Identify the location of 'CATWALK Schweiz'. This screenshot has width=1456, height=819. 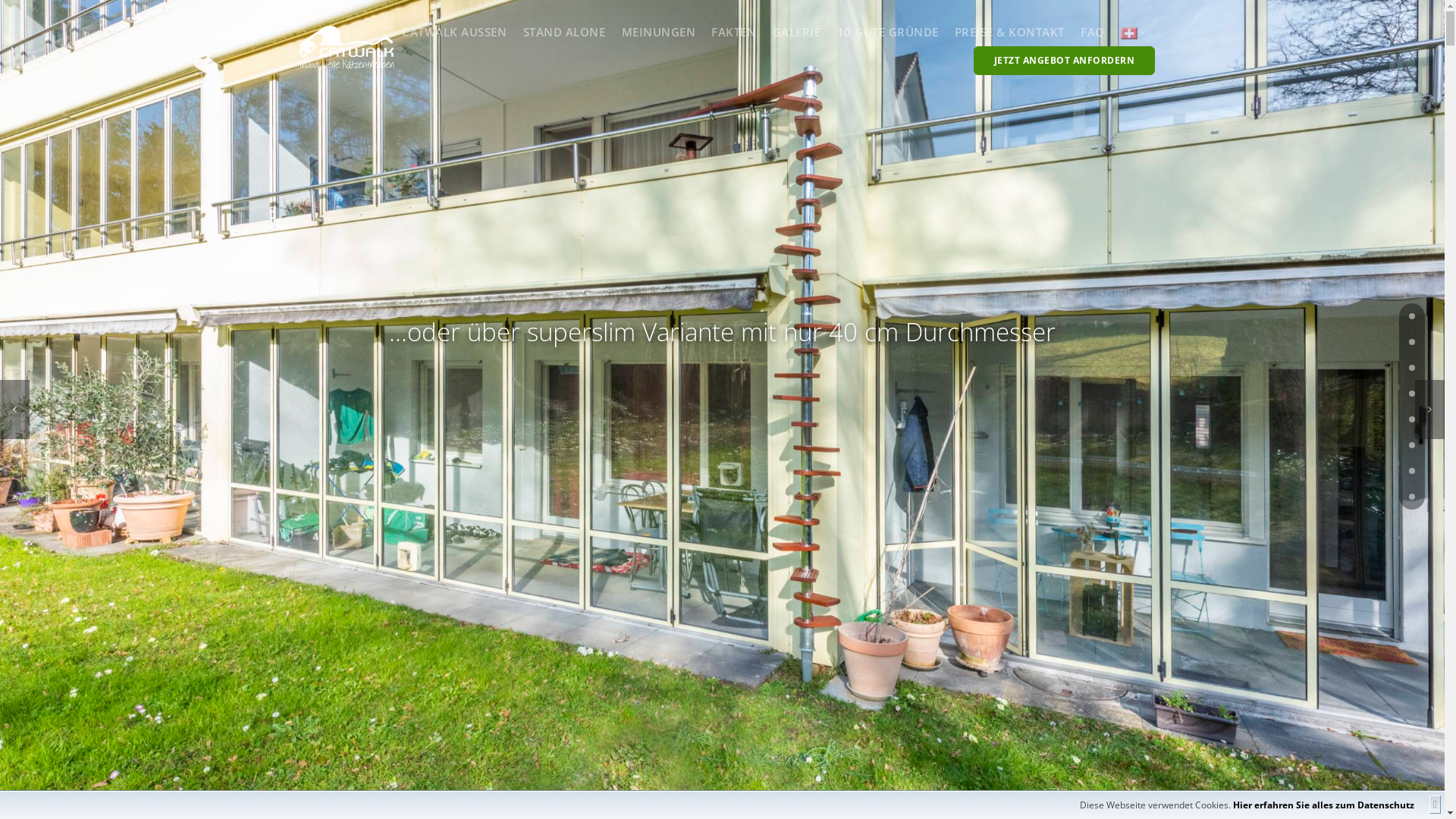
(1128, 33).